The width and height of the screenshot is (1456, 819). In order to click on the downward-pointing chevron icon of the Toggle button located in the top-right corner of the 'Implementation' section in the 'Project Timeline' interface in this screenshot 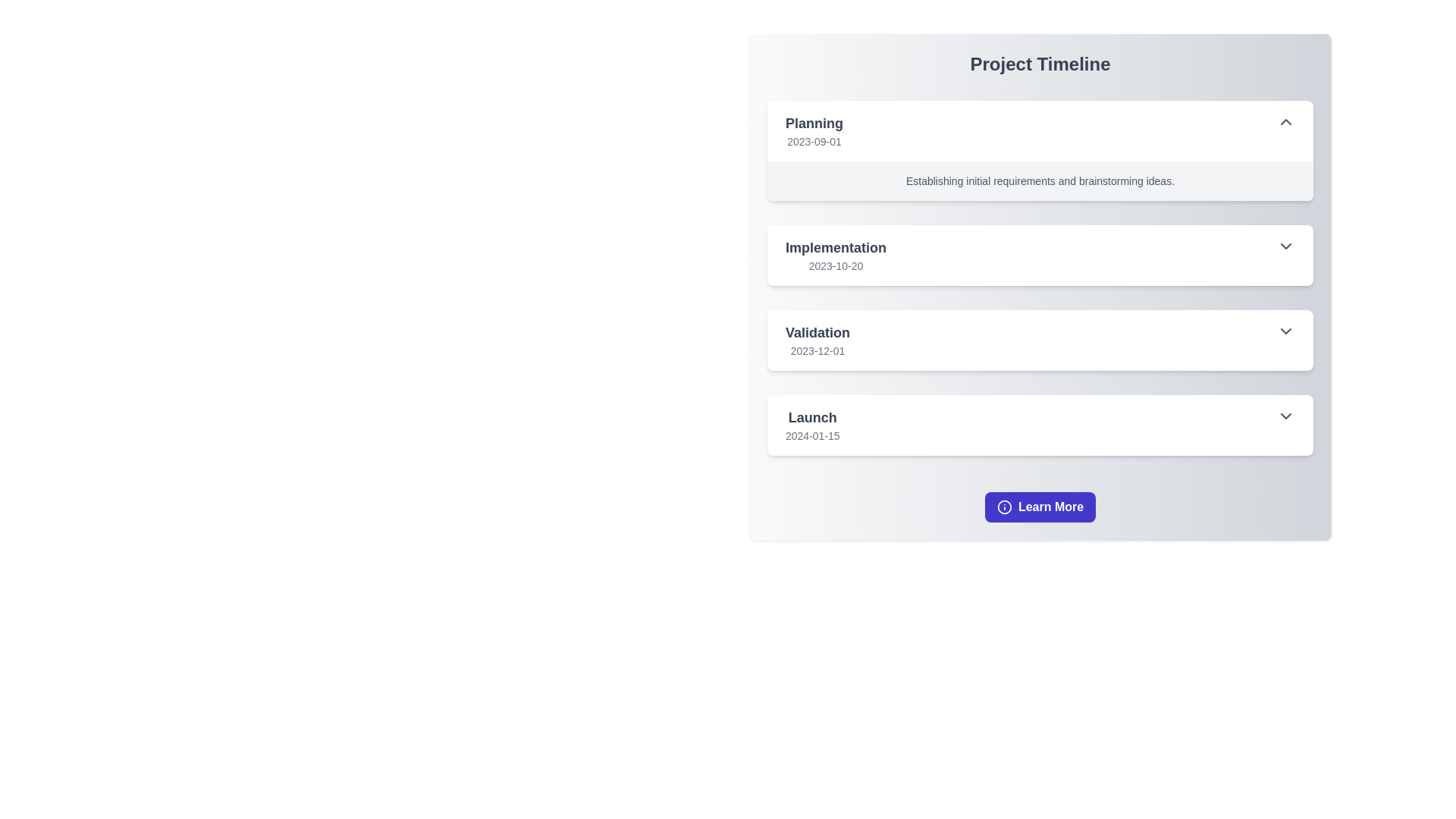, I will do `click(1285, 245)`.